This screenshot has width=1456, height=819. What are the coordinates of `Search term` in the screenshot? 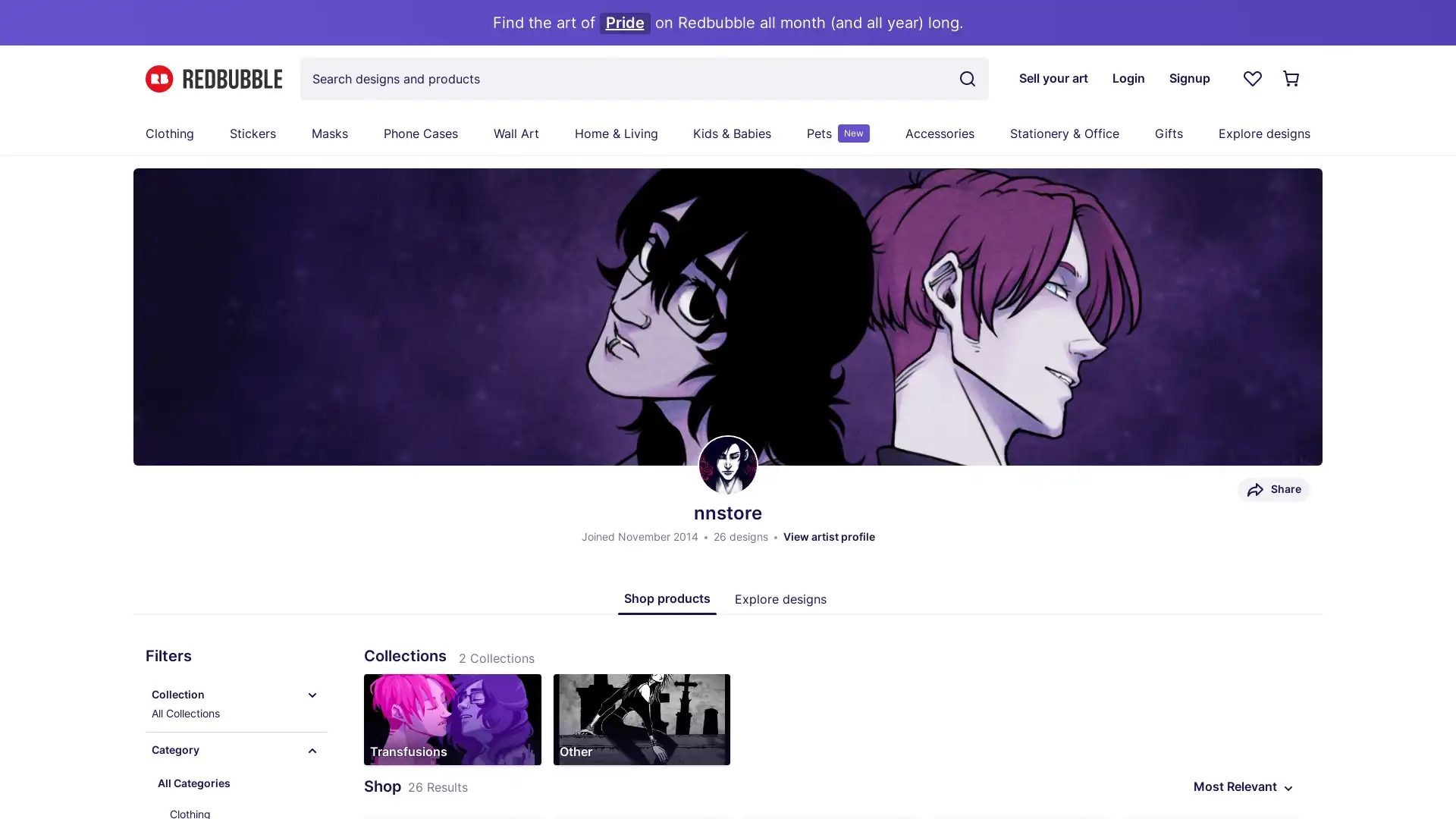 It's located at (967, 79).